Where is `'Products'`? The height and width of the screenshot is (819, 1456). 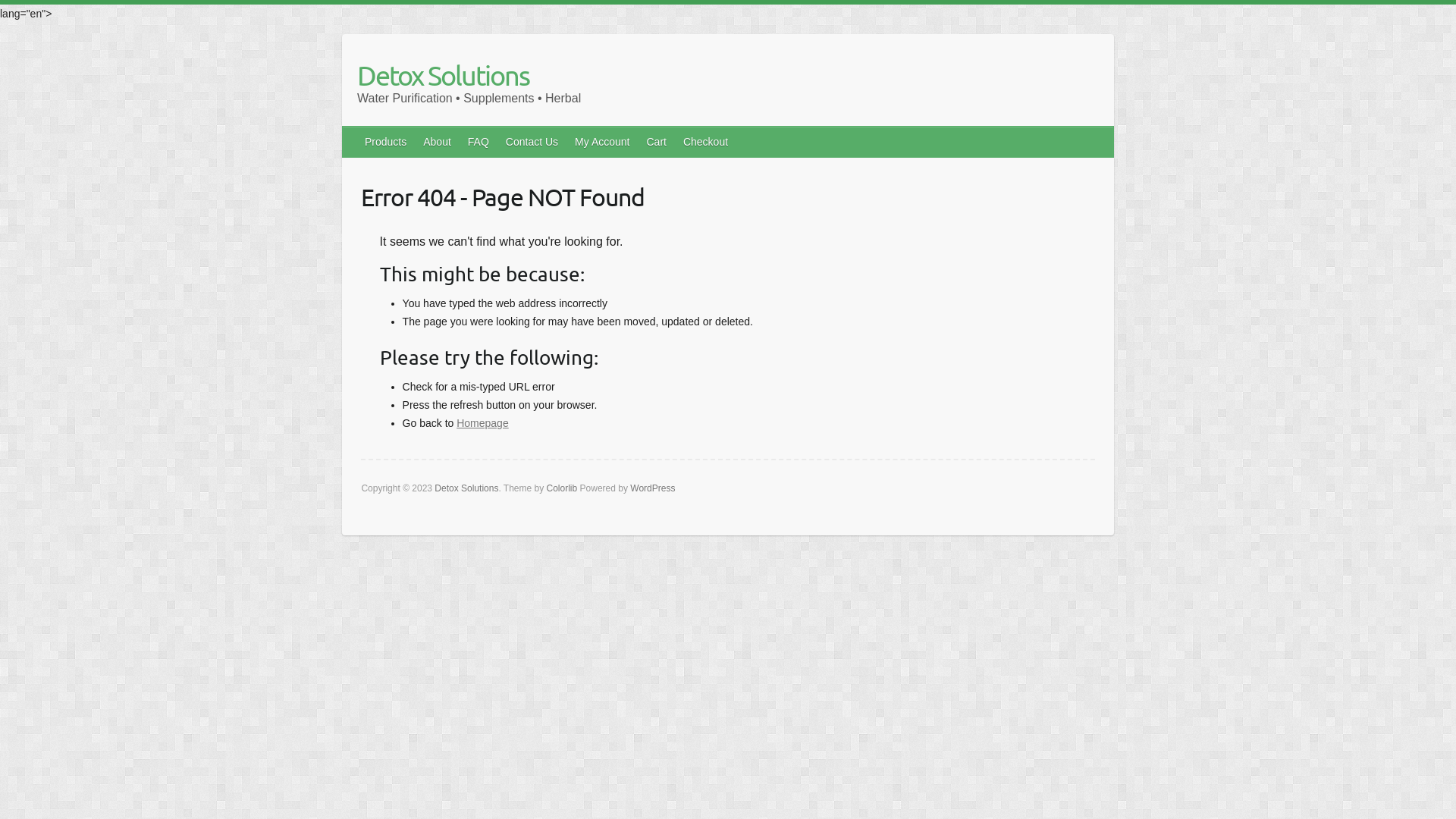
'Products' is located at coordinates (386, 141).